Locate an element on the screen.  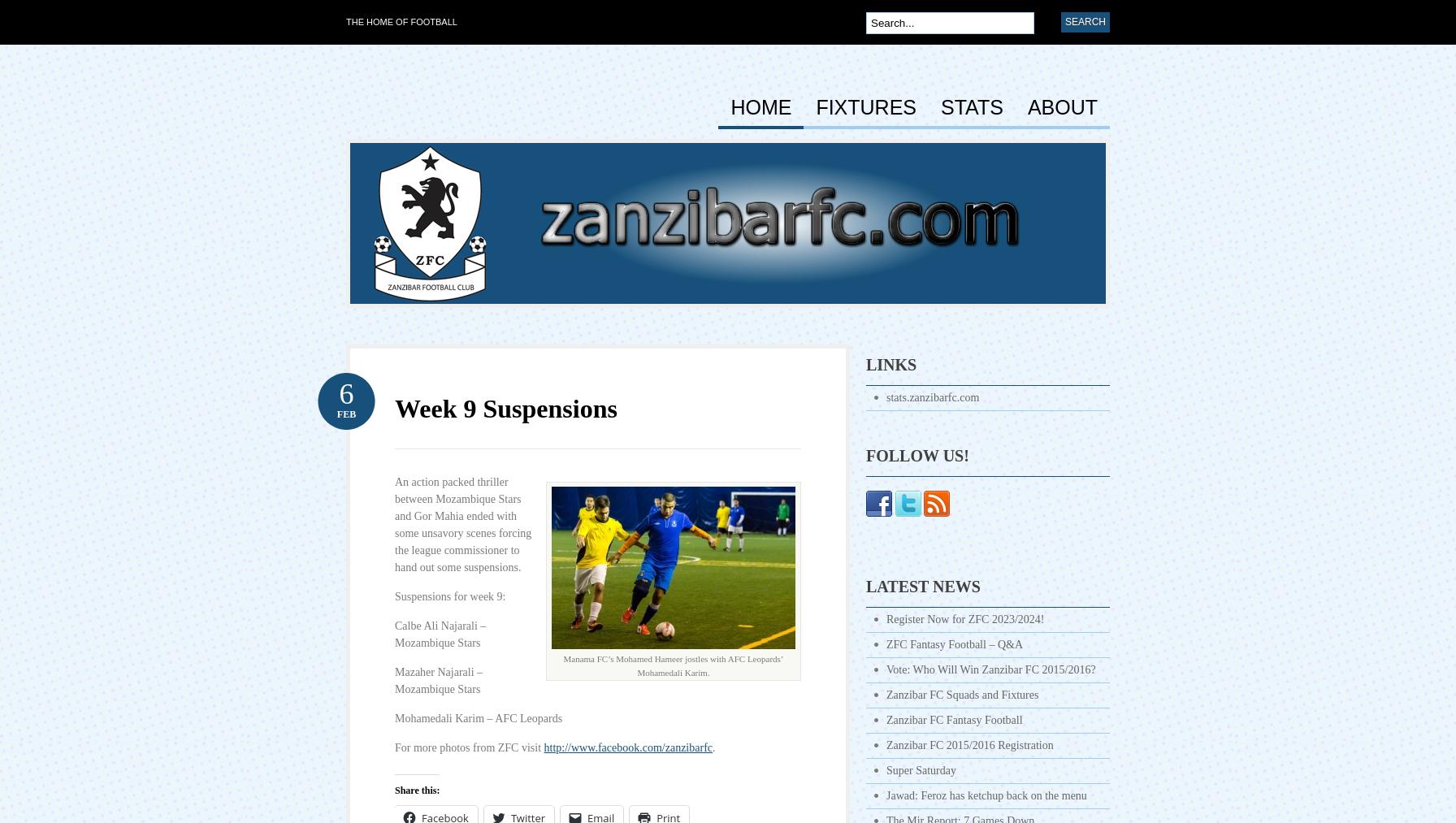
'The home of football' is located at coordinates (345, 21).